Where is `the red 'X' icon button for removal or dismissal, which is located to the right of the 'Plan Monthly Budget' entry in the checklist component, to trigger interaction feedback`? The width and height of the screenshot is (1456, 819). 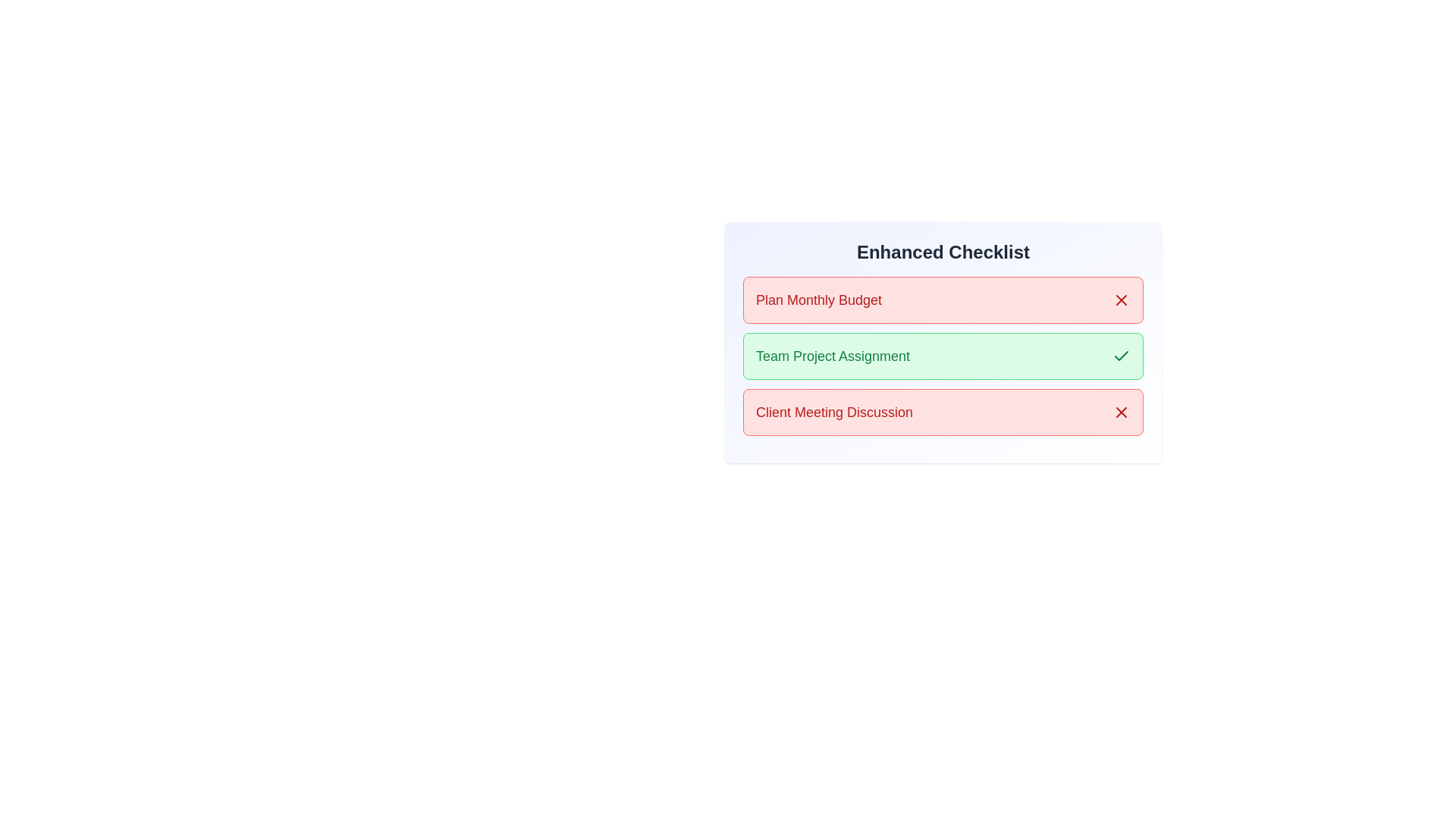
the red 'X' icon button for removal or dismissal, which is located to the right of the 'Plan Monthly Budget' entry in the checklist component, to trigger interaction feedback is located at coordinates (1121, 300).